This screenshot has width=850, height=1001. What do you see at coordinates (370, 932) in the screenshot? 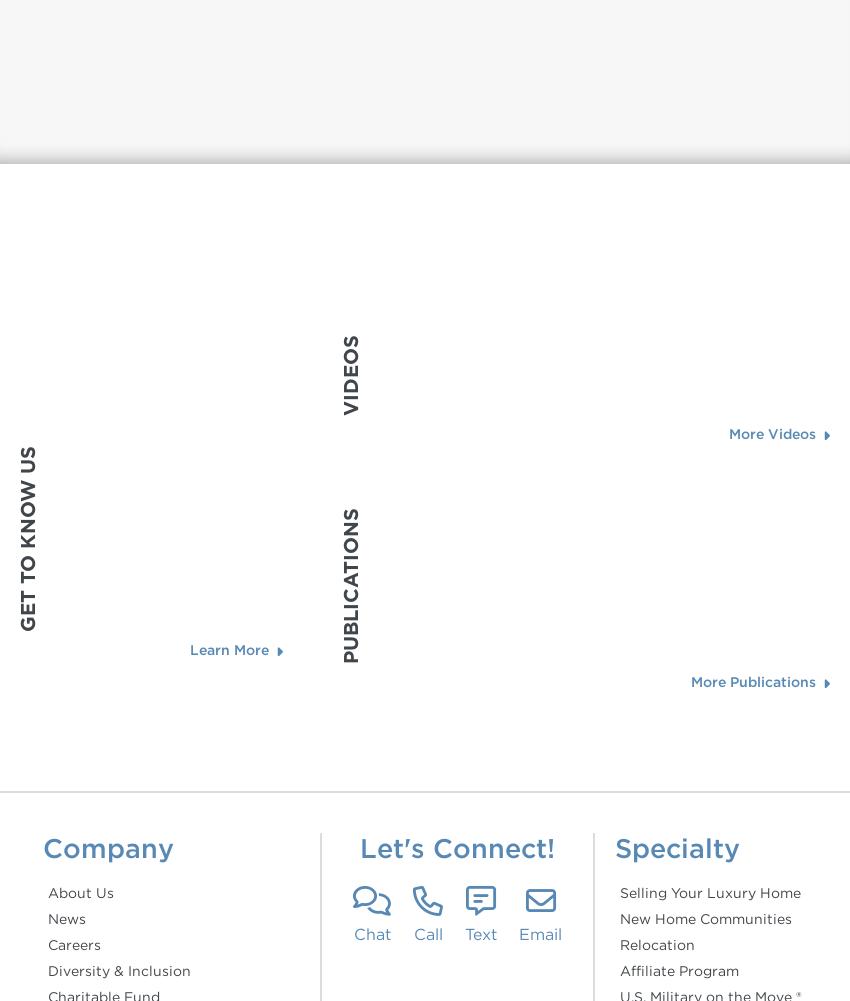
I see `'Chat'` at bounding box center [370, 932].